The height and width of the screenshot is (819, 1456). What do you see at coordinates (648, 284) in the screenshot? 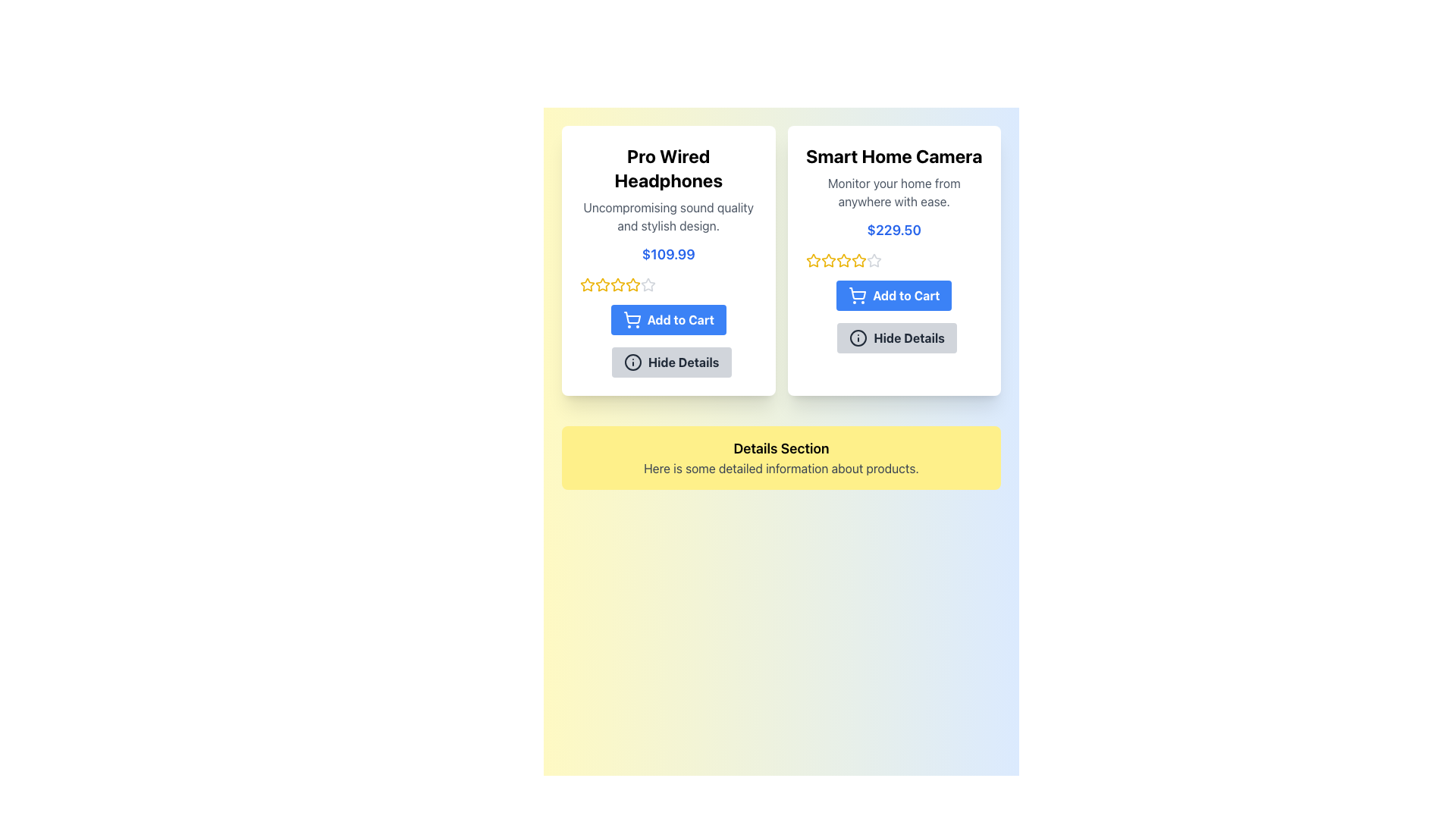
I see `the fourth star in the five-star rating system for the product 'Pro Wired Headphones' to rate it` at bounding box center [648, 284].